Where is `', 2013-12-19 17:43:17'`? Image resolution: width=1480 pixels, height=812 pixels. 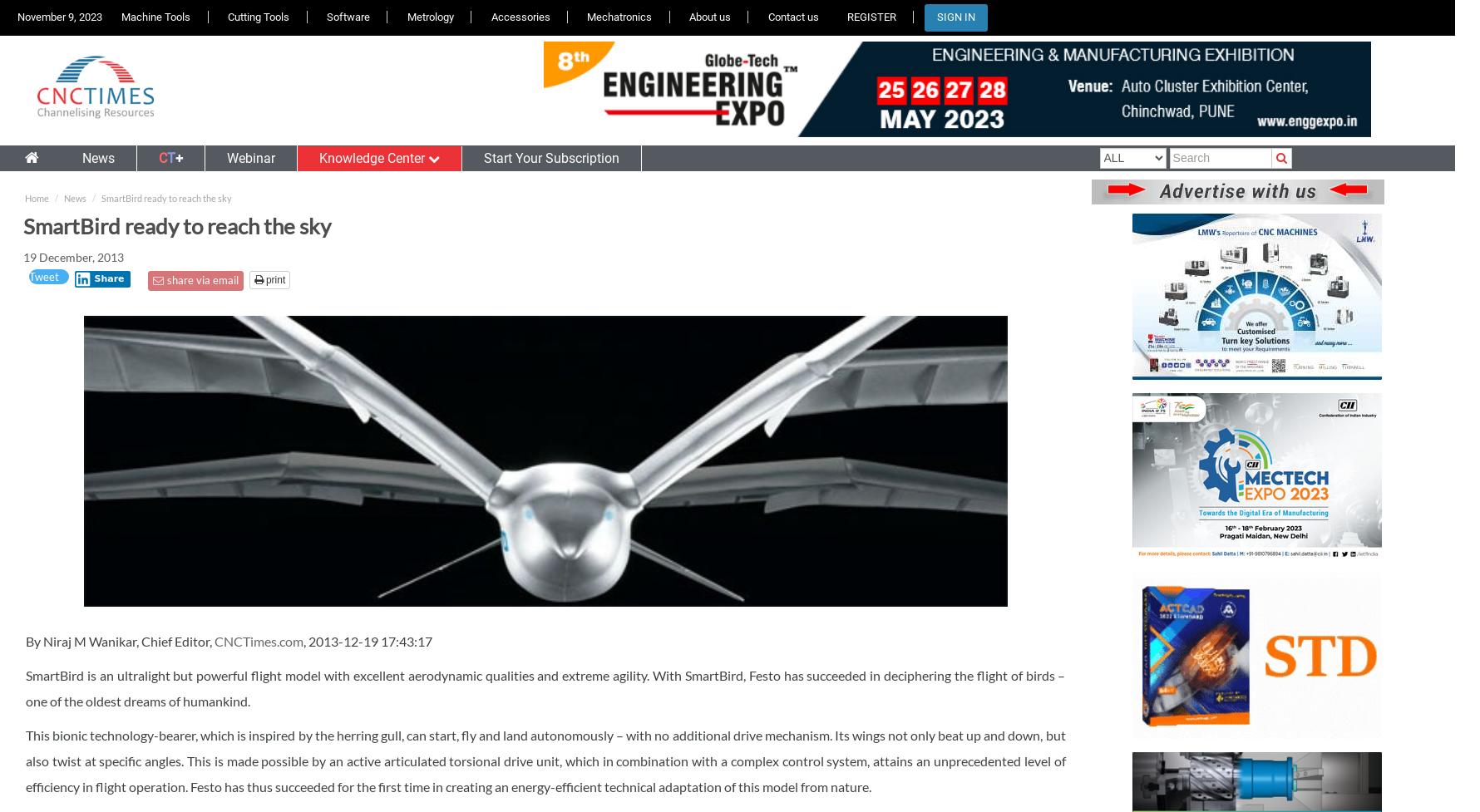
', 2013-12-19 17:43:17' is located at coordinates (367, 640).